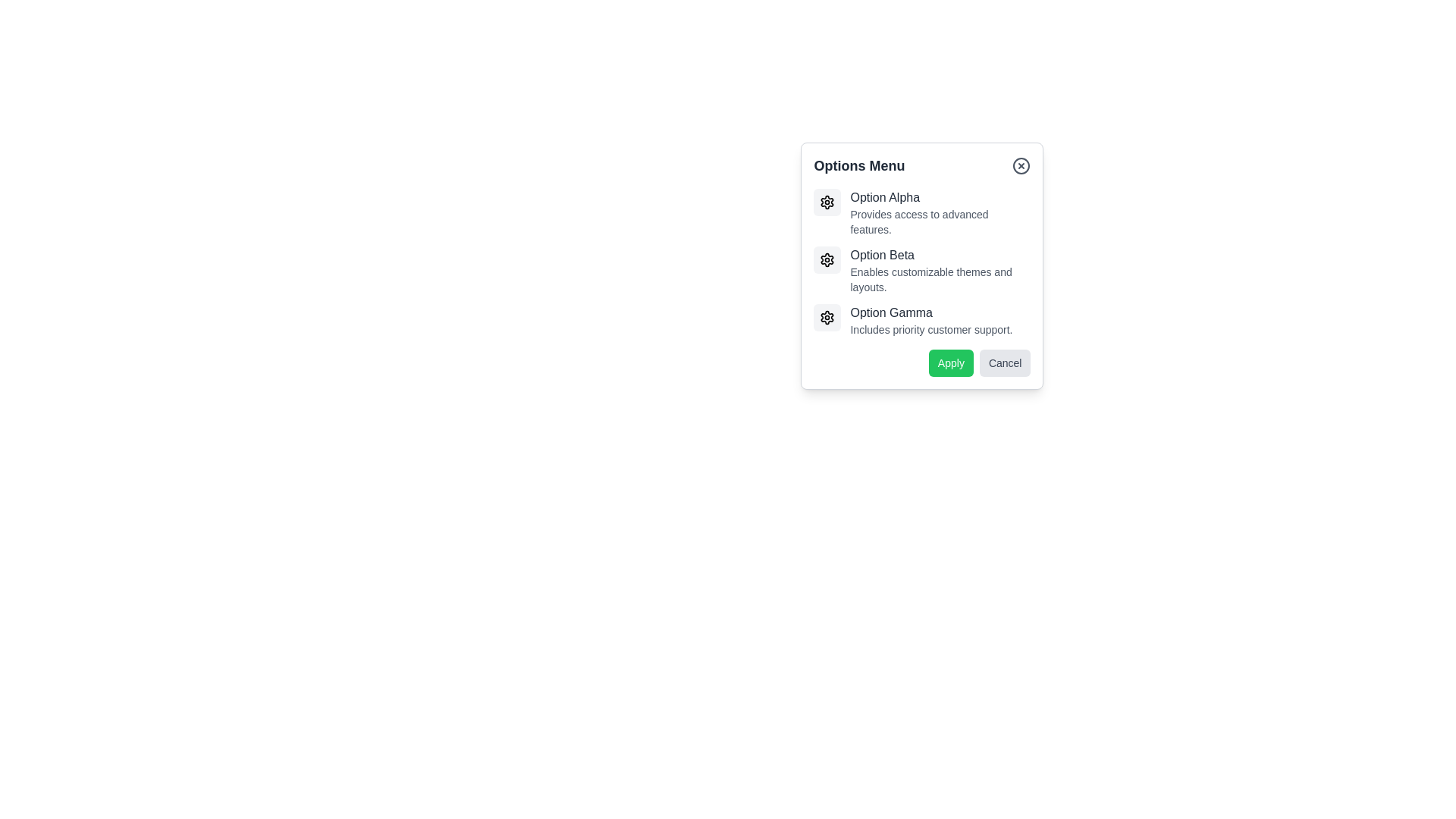  I want to click on the selectable menu item labeled 'Option Beta', so click(940, 270).